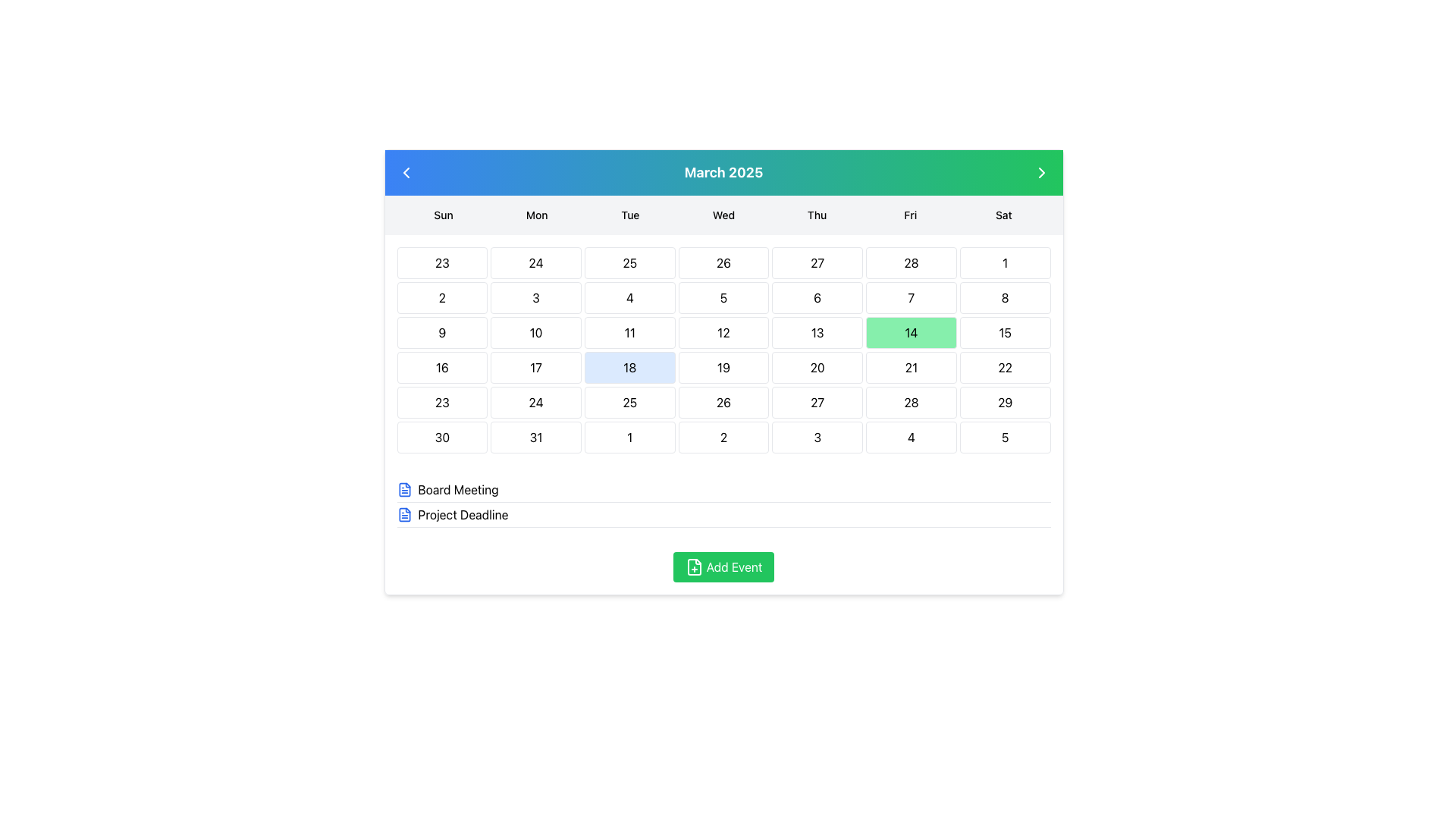  I want to click on the button-like date element displaying the number '4' in the calendar grid for Tuesday, so click(629, 298).